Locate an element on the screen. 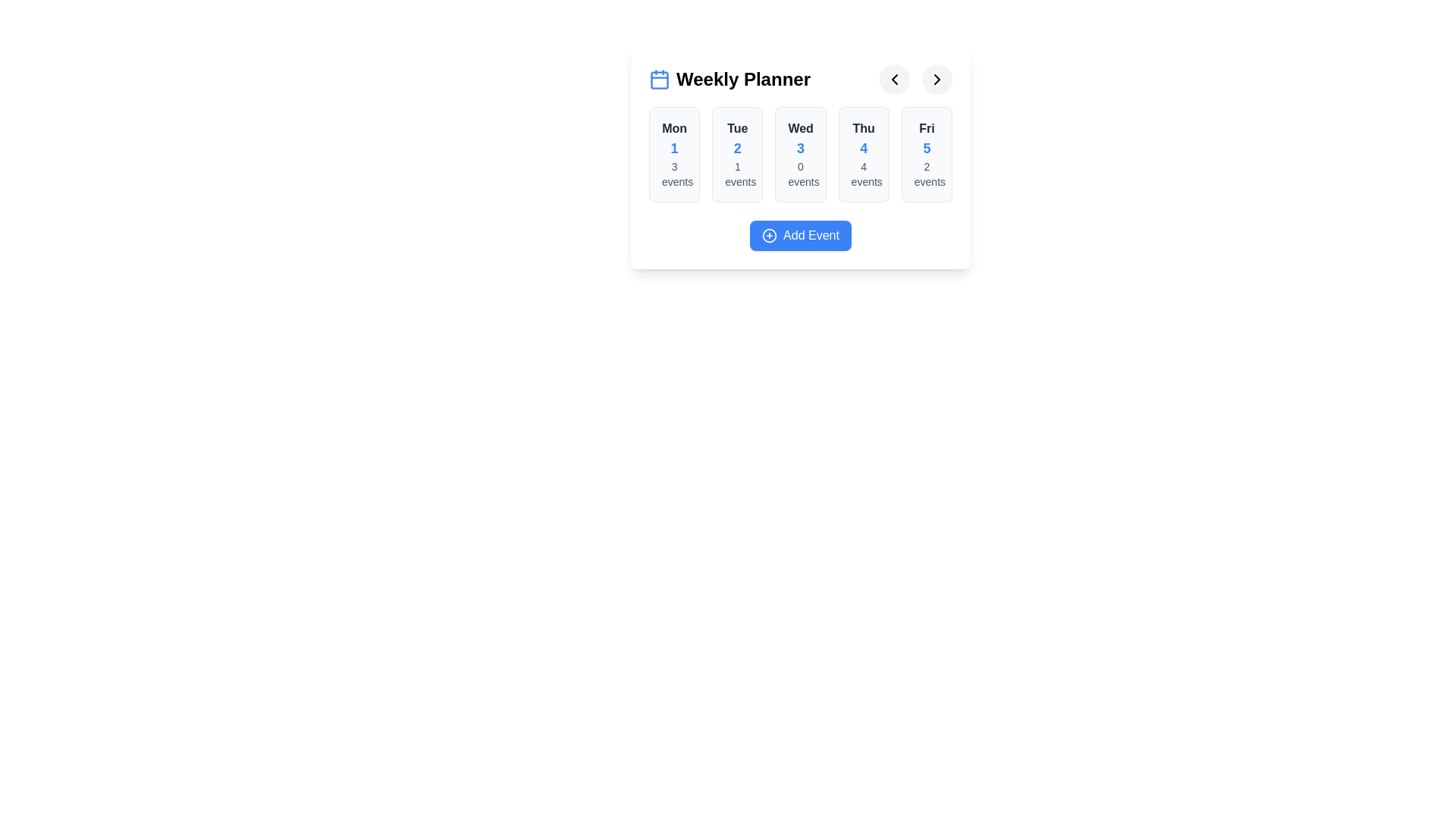 The height and width of the screenshot is (819, 1456). the 'Add Event' button to trigger the event creation functionality is located at coordinates (800, 236).